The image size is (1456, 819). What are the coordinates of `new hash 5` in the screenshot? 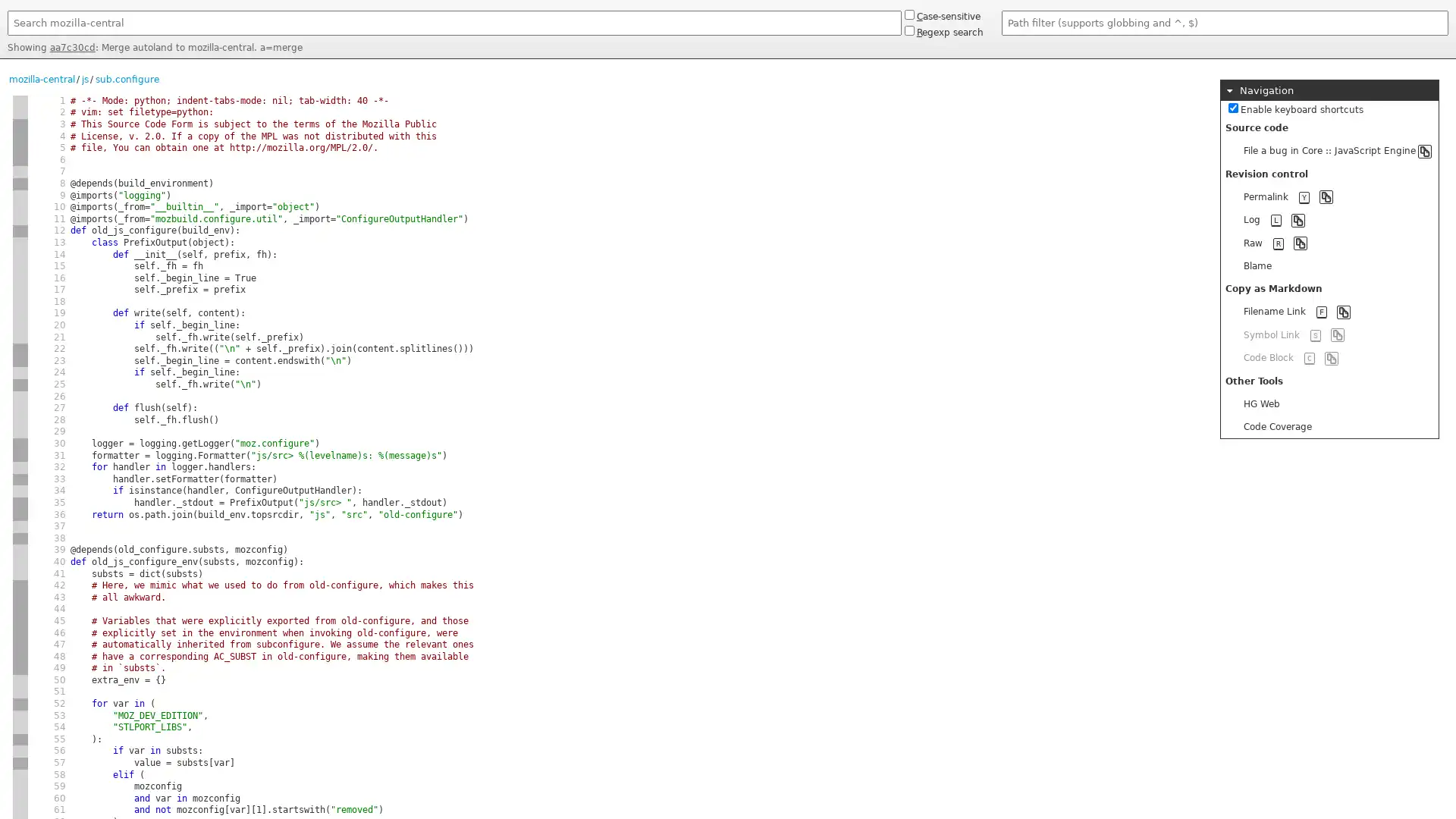 It's located at (20, 231).